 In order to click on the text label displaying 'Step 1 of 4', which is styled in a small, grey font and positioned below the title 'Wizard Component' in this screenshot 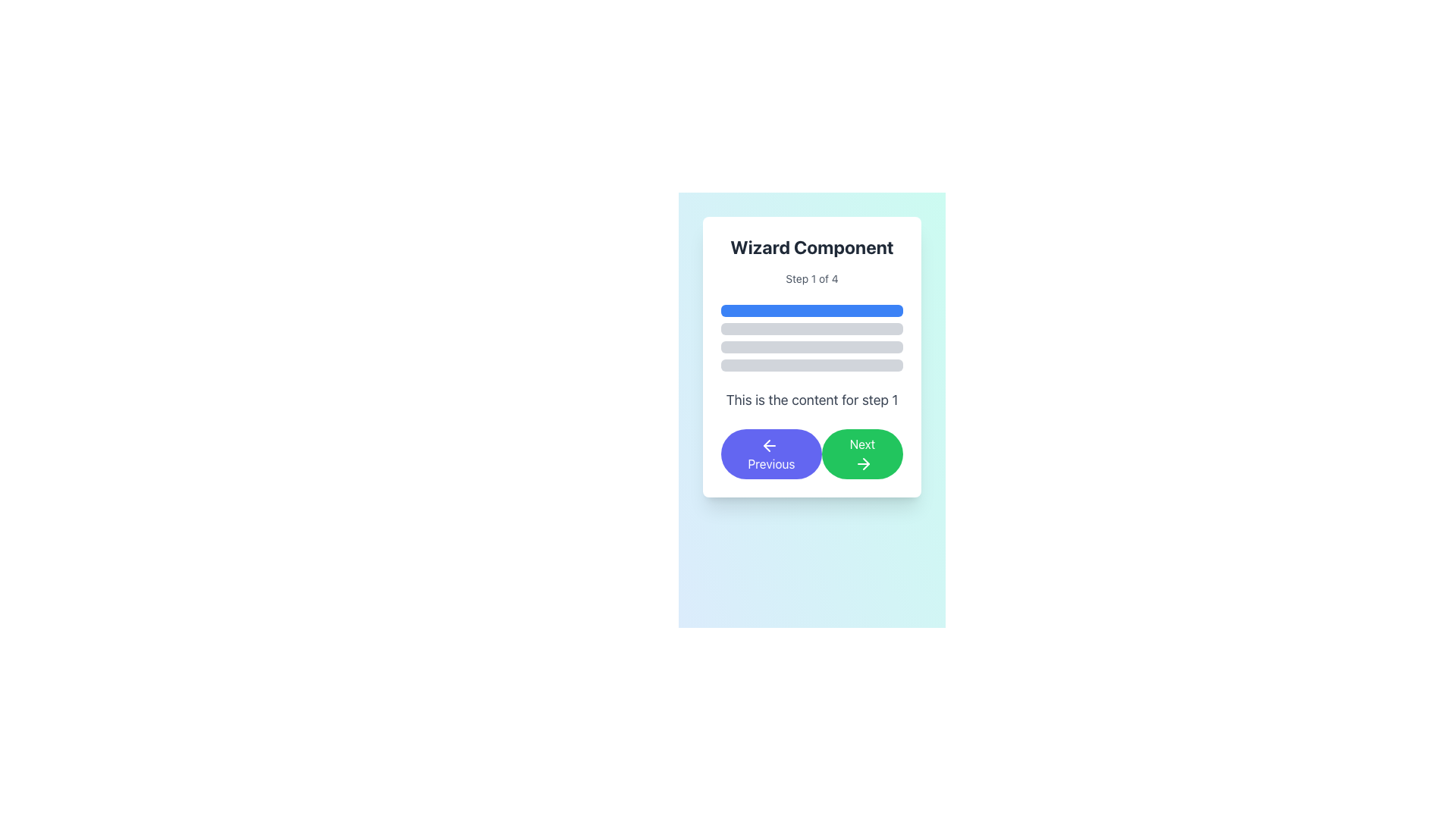, I will do `click(811, 278)`.